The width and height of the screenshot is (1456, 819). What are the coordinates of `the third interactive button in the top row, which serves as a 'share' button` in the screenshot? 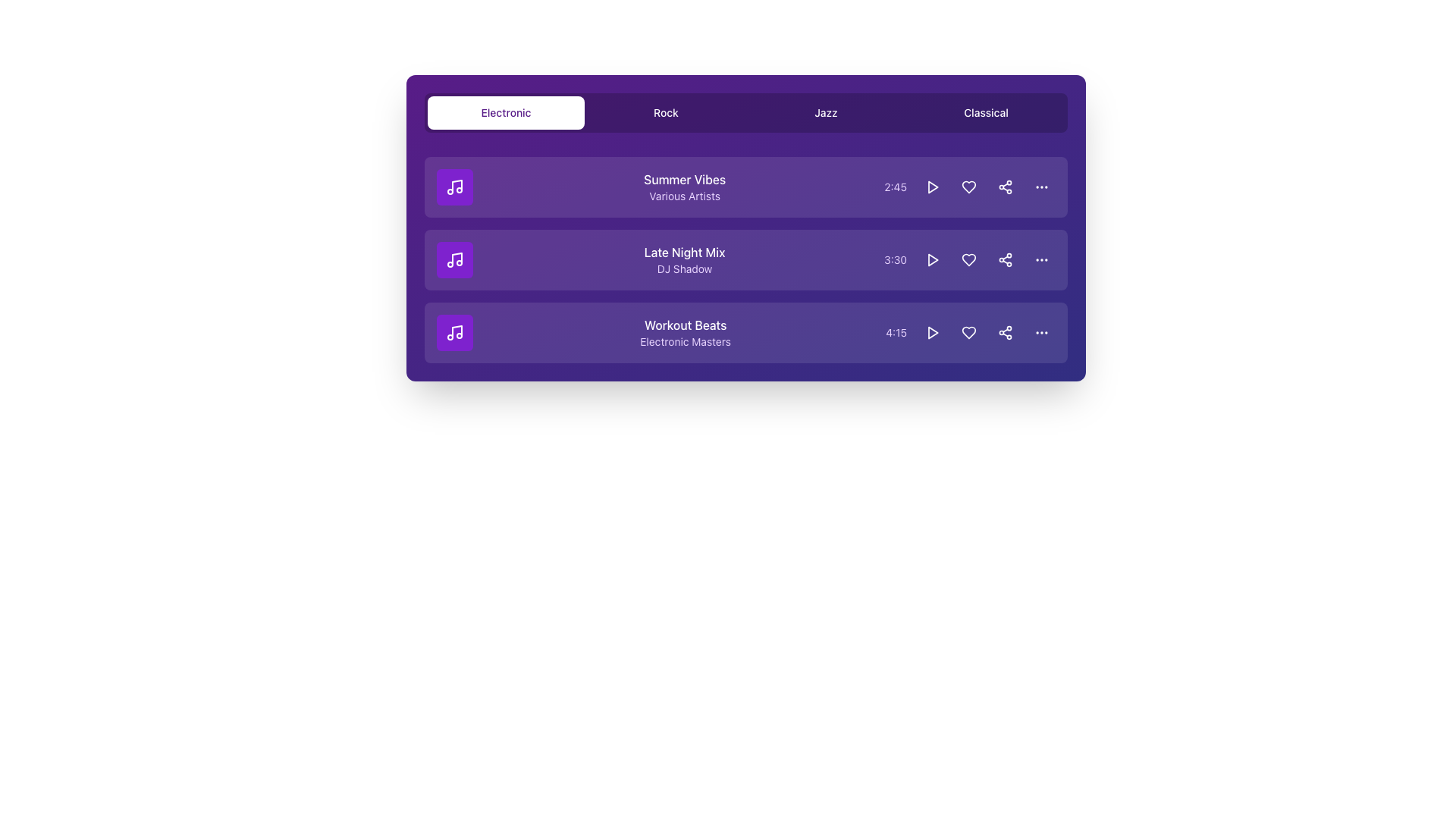 It's located at (1005, 186).